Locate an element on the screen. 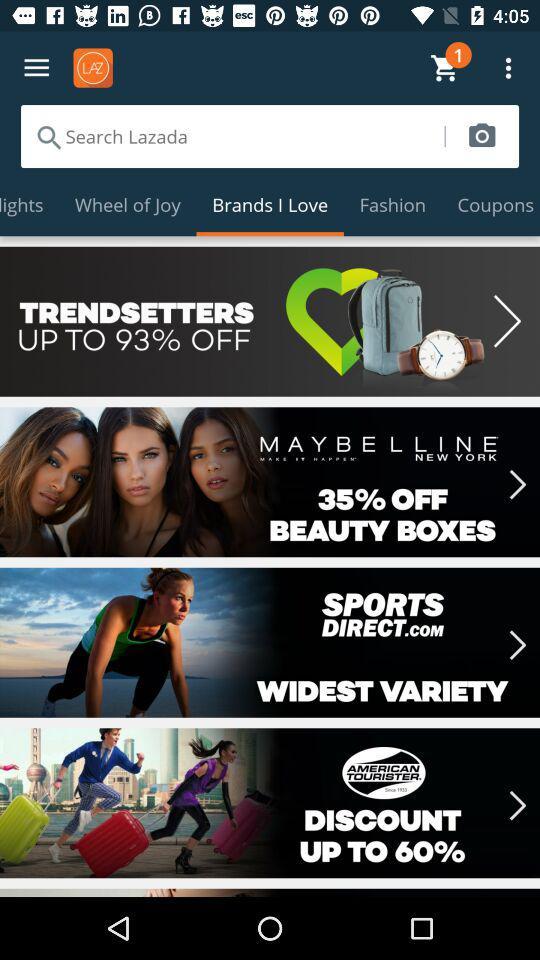 This screenshot has height=960, width=540. shortcut to brand page is located at coordinates (270, 803).